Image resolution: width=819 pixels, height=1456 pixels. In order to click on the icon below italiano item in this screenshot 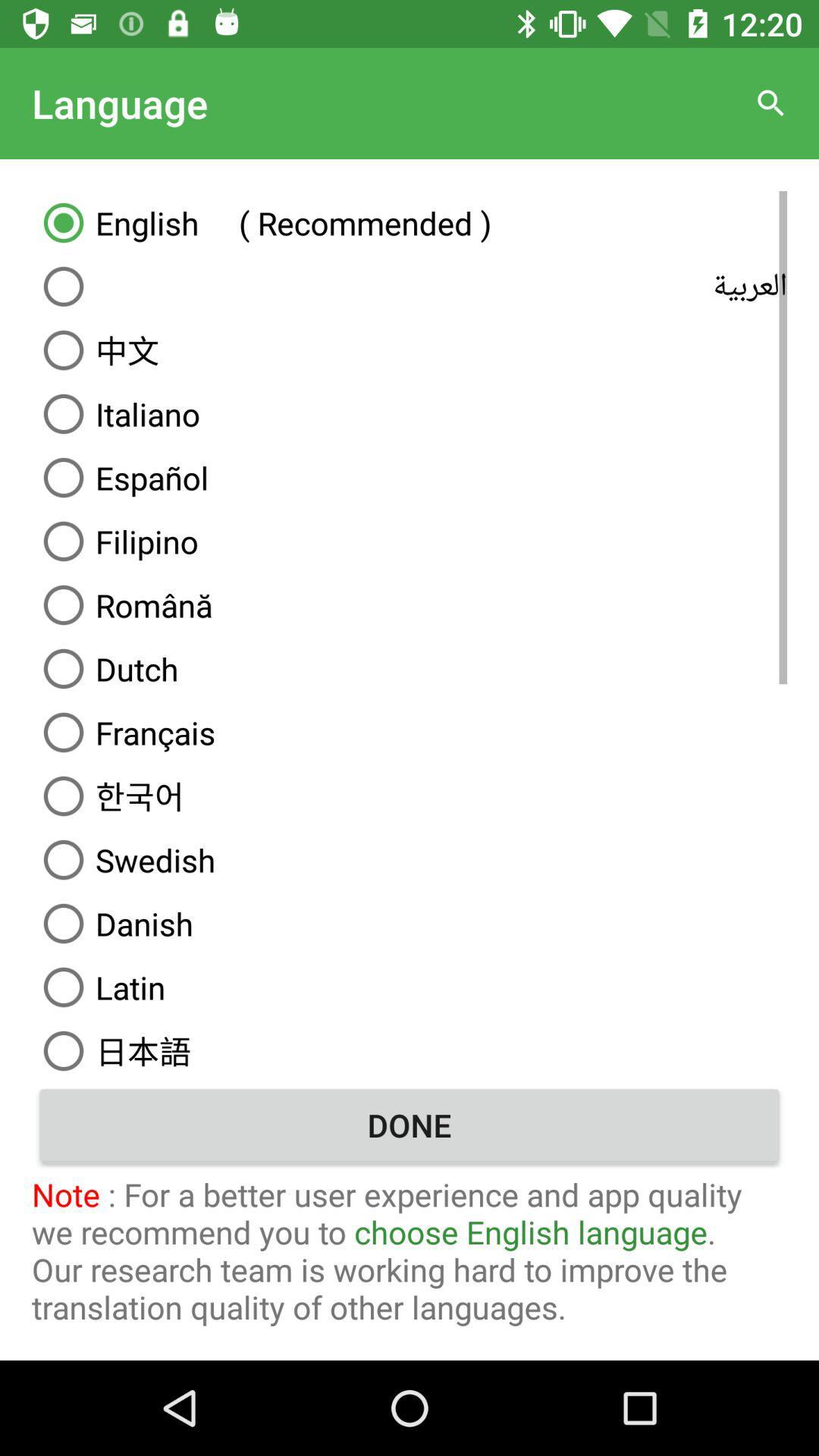, I will do `click(409, 476)`.